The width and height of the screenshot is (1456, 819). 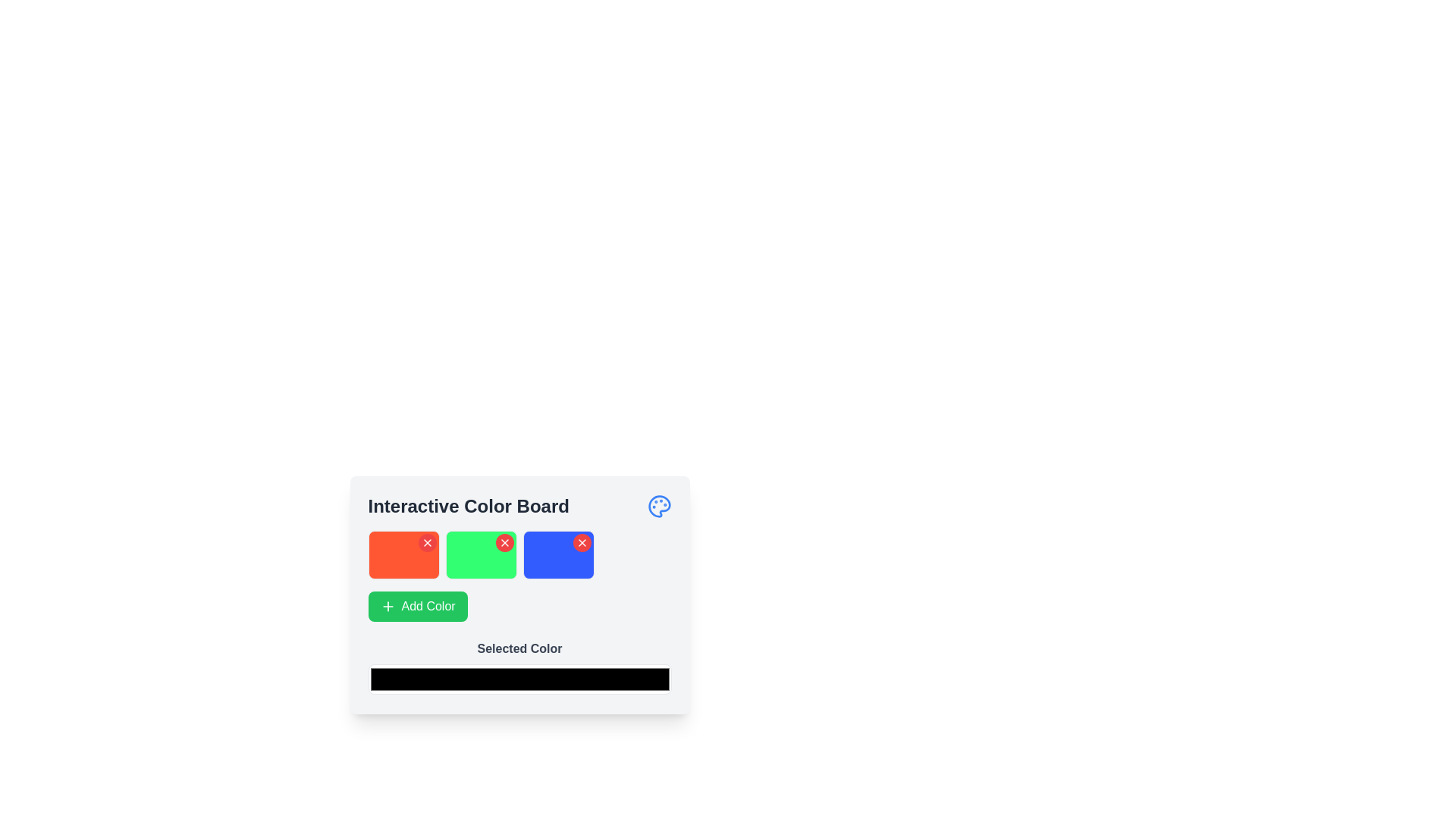 I want to click on the delete button located in the upper right corner of the blue square tile, which is the third tile in a row after an orange and a green tile, so click(x=581, y=542).